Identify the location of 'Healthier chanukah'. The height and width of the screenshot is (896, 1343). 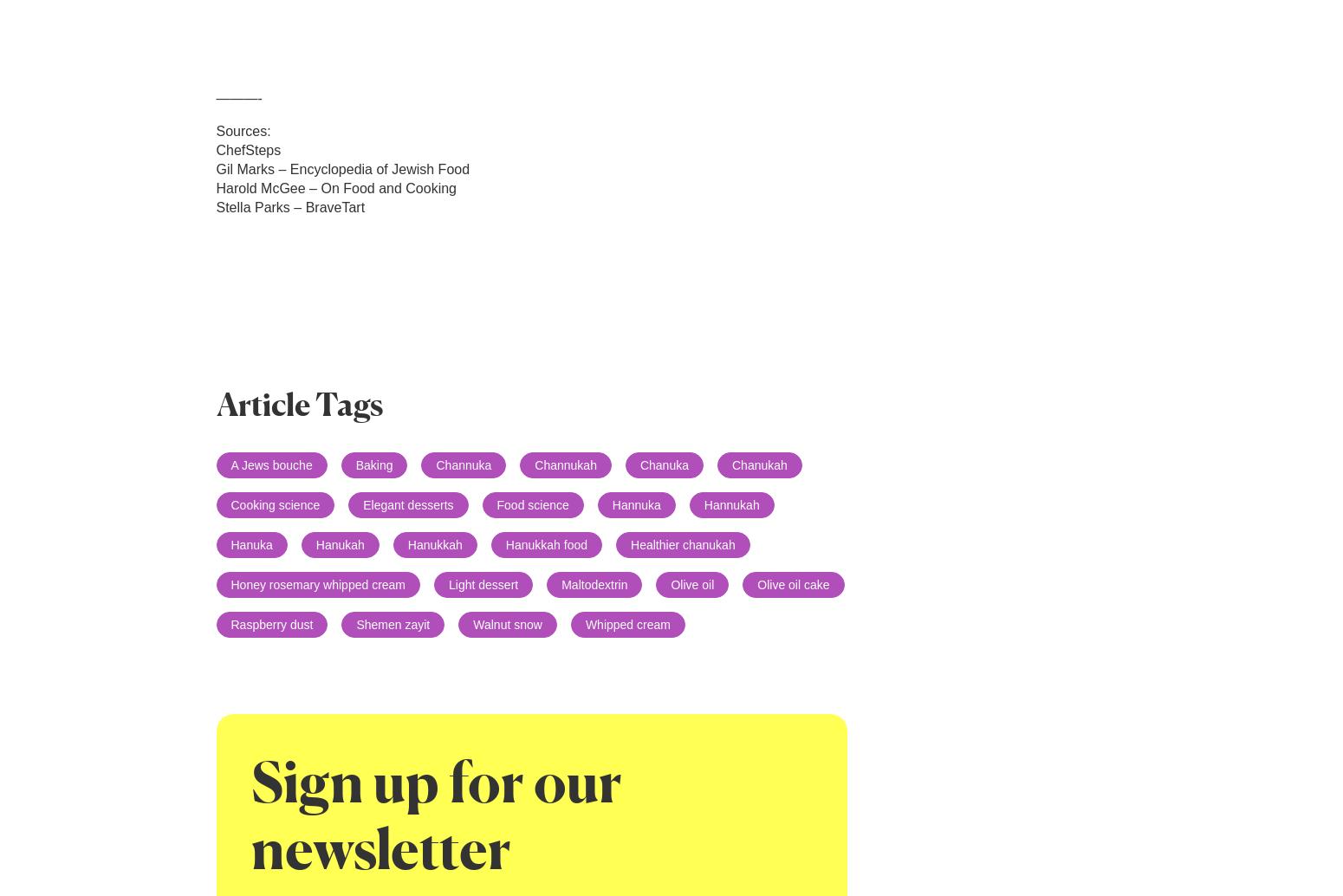
(682, 544).